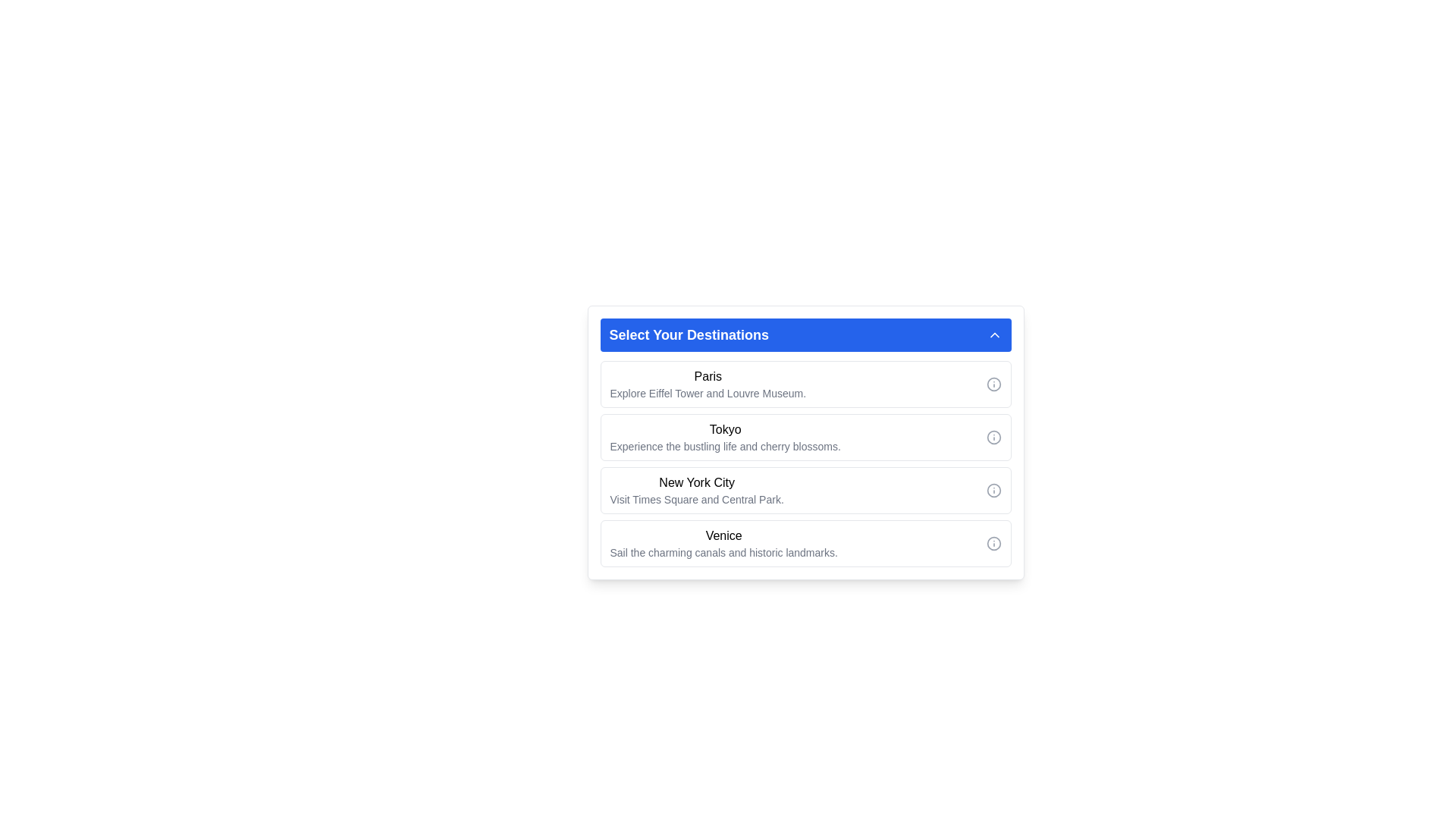  What do you see at coordinates (707, 383) in the screenshot?
I see `the first Text Block under 'Select Your Destinations'` at bounding box center [707, 383].